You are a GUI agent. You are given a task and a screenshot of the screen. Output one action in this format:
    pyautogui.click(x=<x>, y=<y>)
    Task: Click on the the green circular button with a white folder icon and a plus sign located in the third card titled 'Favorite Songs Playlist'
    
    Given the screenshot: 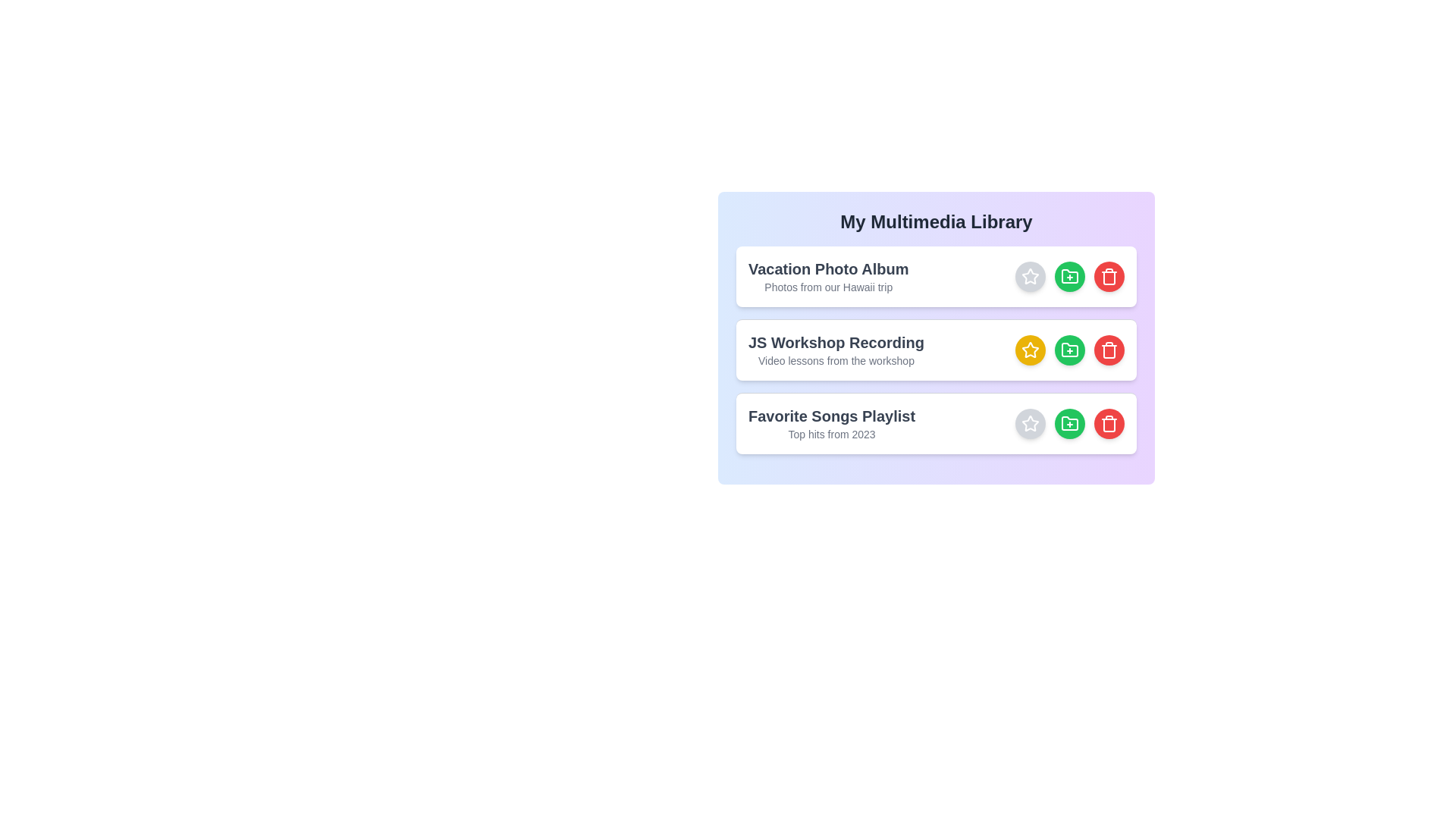 What is the action you would take?
    pyautogui.click(x=1069, y=424)
    